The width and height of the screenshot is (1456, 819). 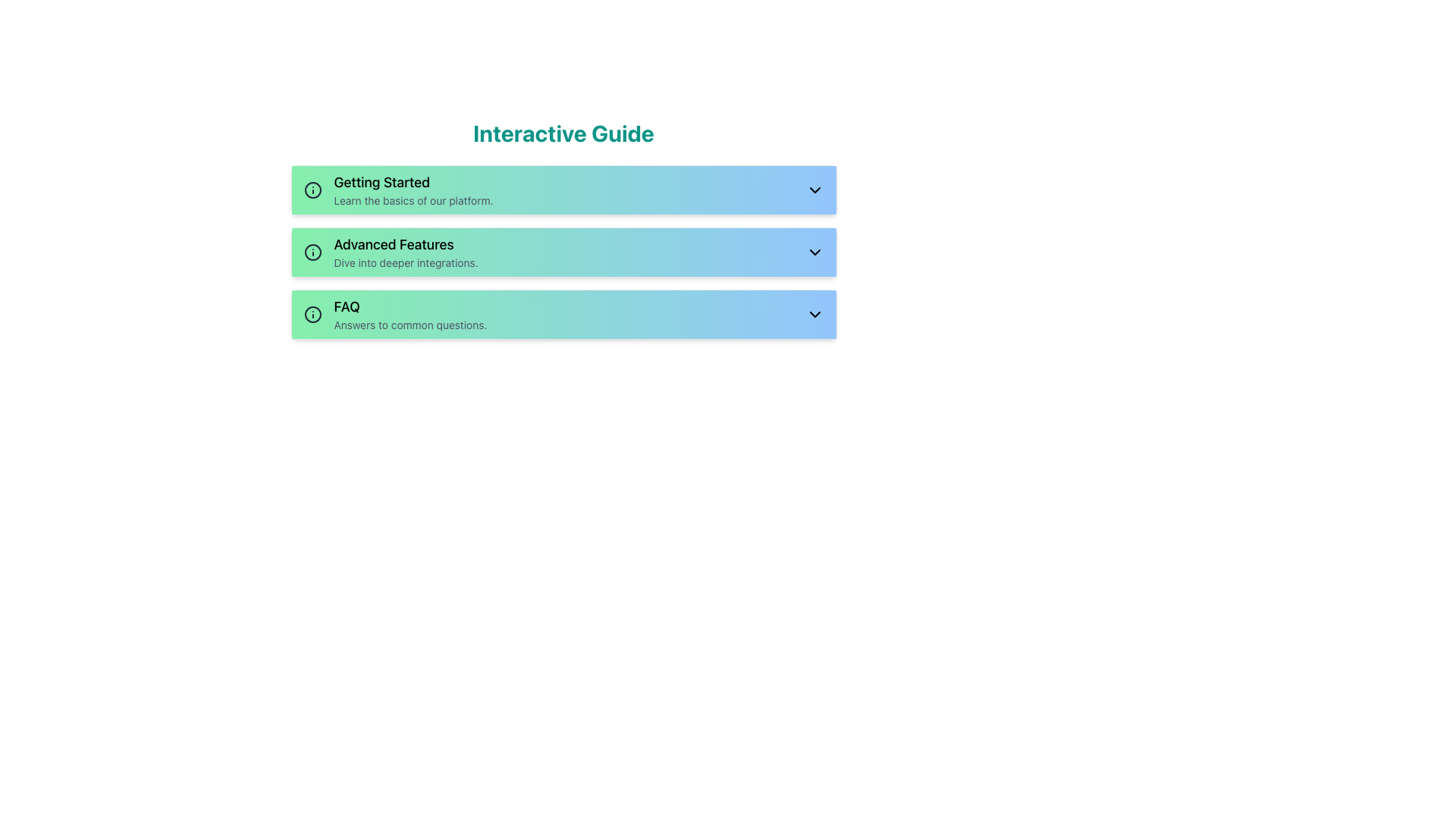 What do you see at coordinates (312, 189) in the screenshot?
I see `the circular SVG element that is part of an icon located to the left of the 'Getting Started' text label` at bounding box center [312, 189].